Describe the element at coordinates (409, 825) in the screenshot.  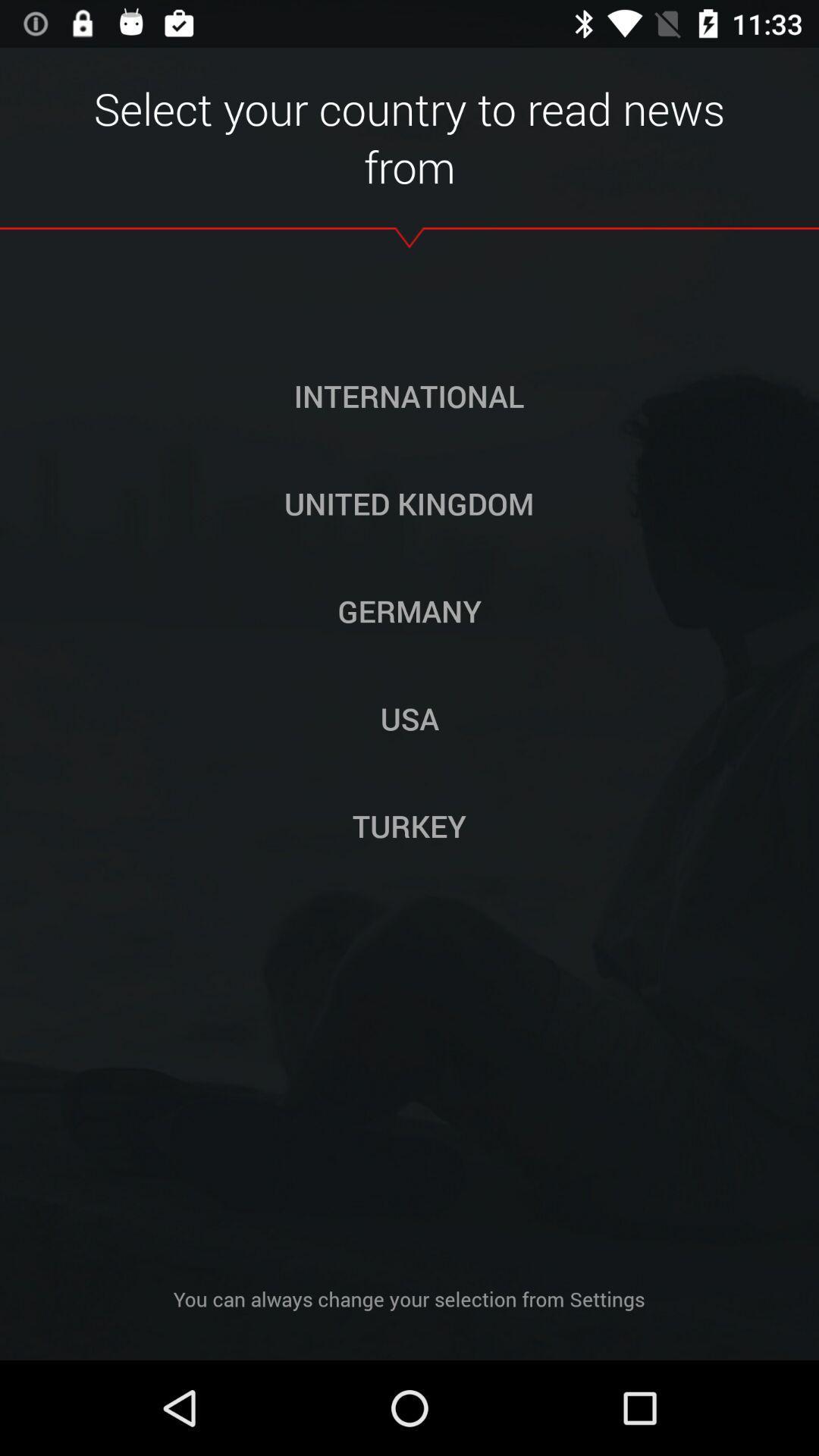
I see `item above the you can always icon` at that location.